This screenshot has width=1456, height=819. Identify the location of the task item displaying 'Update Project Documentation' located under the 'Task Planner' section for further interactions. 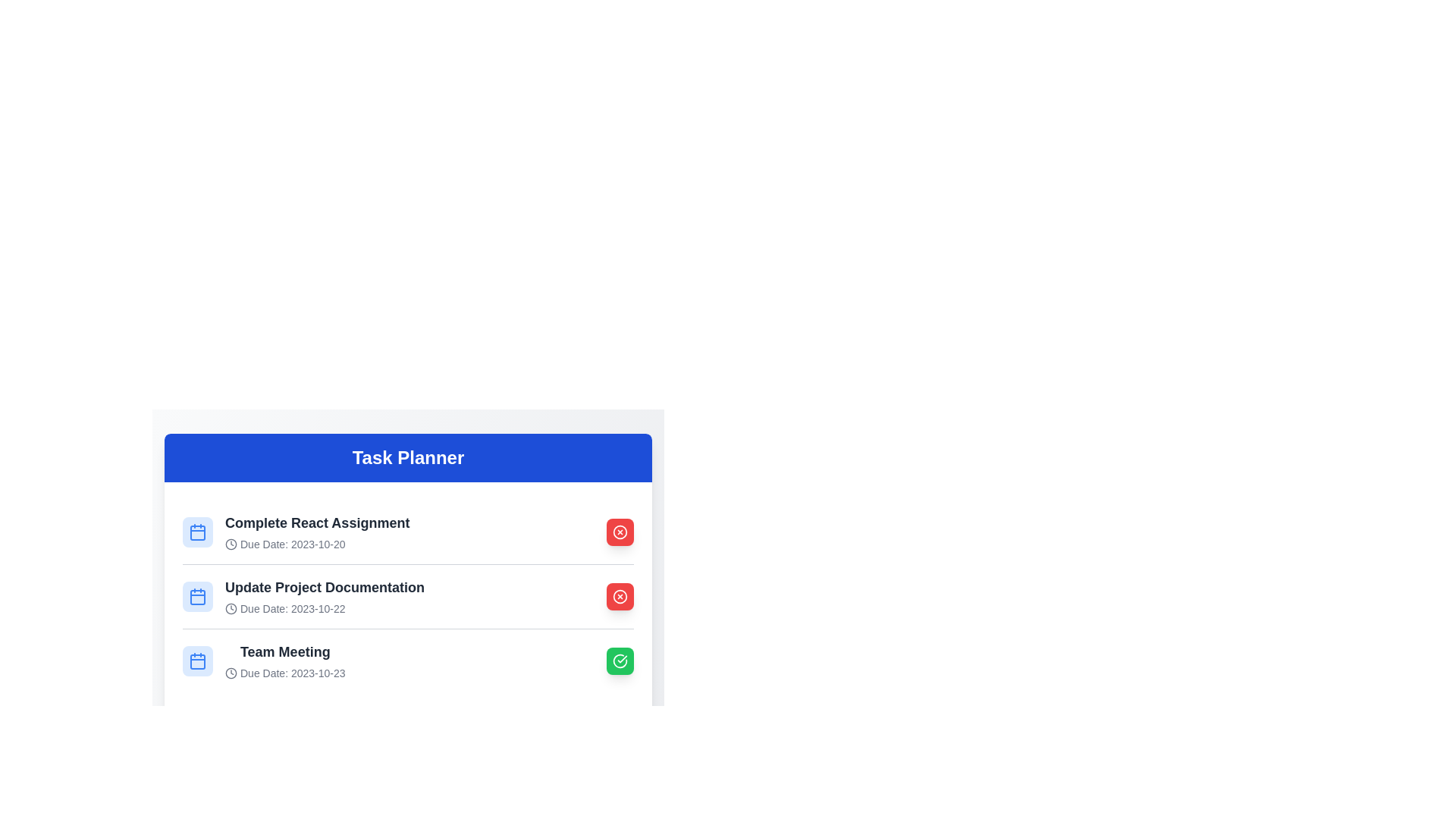
(303, 595).